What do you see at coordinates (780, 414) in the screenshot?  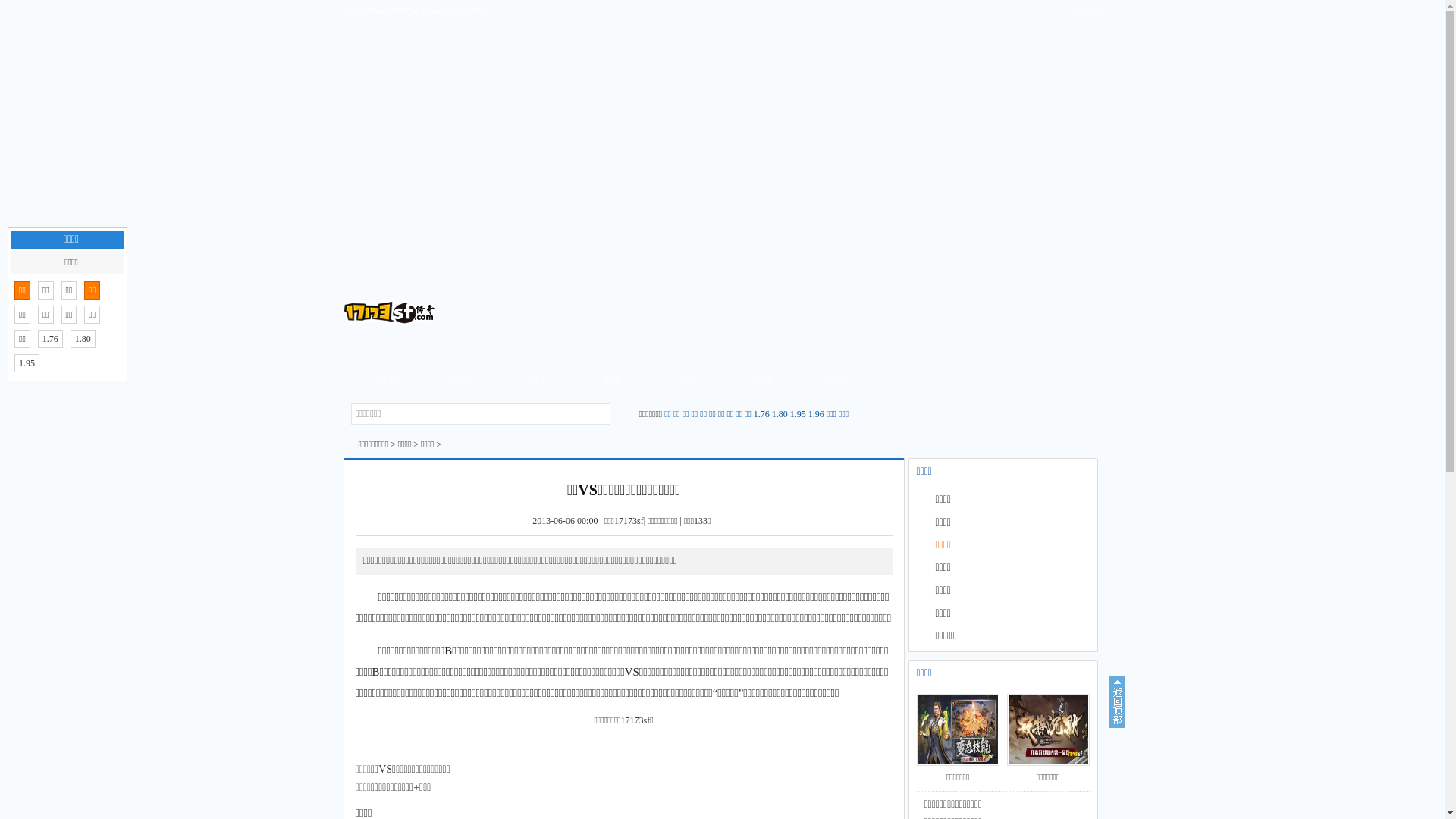 I see `'1.80'` at bounding box center [780, 414].